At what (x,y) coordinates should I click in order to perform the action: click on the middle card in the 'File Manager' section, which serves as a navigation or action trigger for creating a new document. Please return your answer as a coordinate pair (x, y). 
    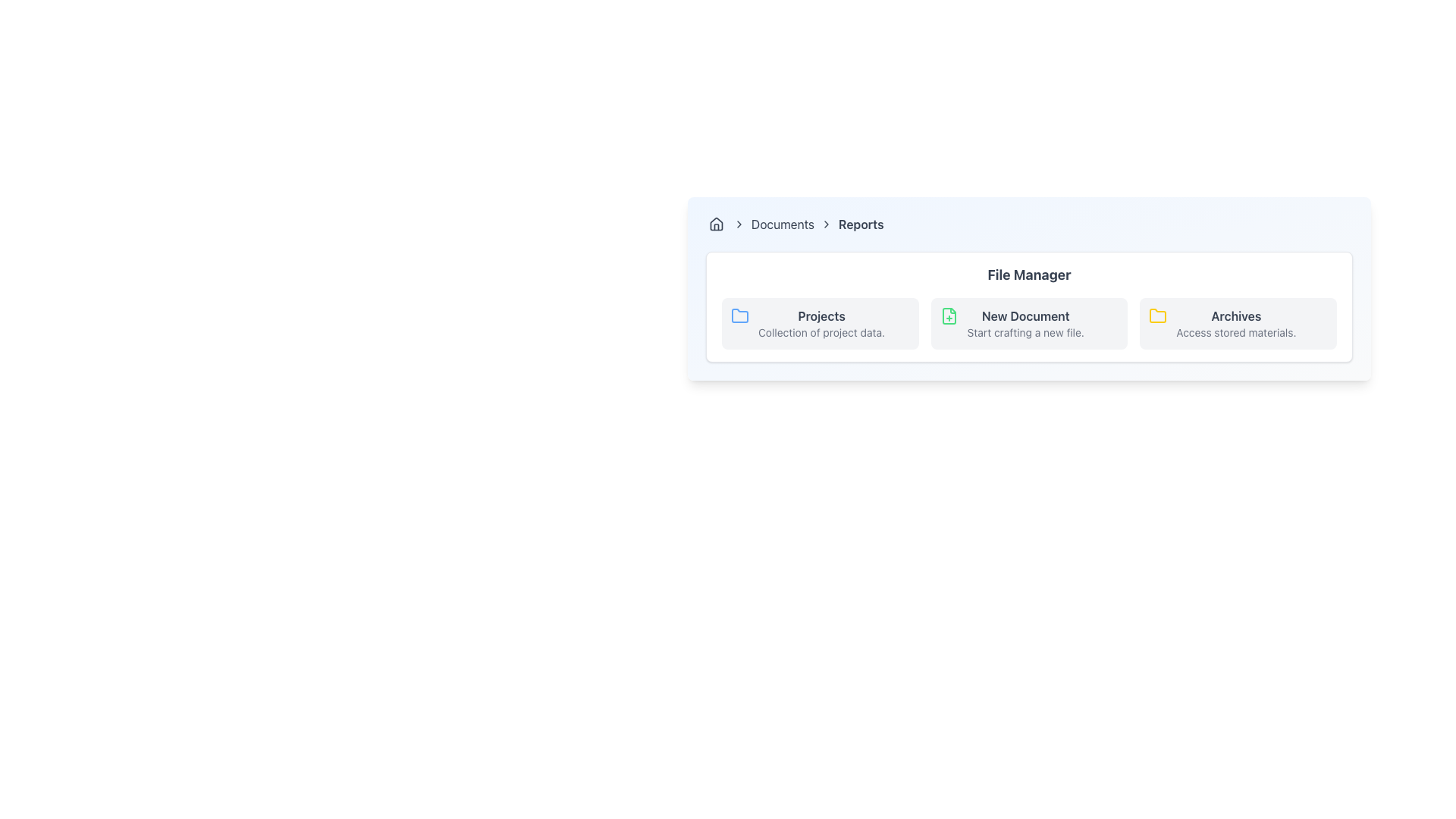
    Looking at the image, I should click on (1029, 307).